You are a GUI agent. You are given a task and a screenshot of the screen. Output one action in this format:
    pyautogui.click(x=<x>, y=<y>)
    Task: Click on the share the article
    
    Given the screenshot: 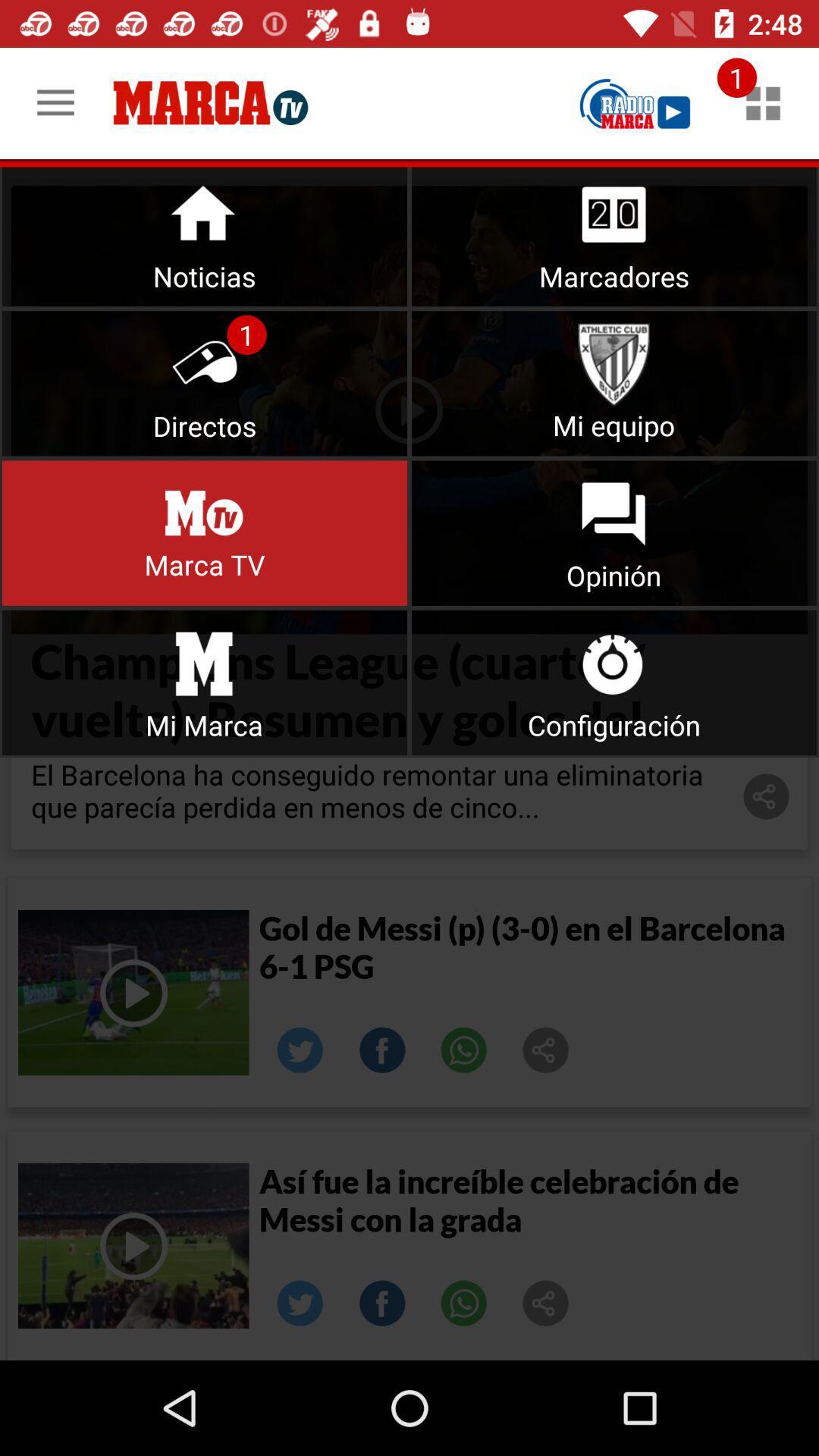 What is the action you would take?
    pyautogui.click(x=546, y=1302)
    